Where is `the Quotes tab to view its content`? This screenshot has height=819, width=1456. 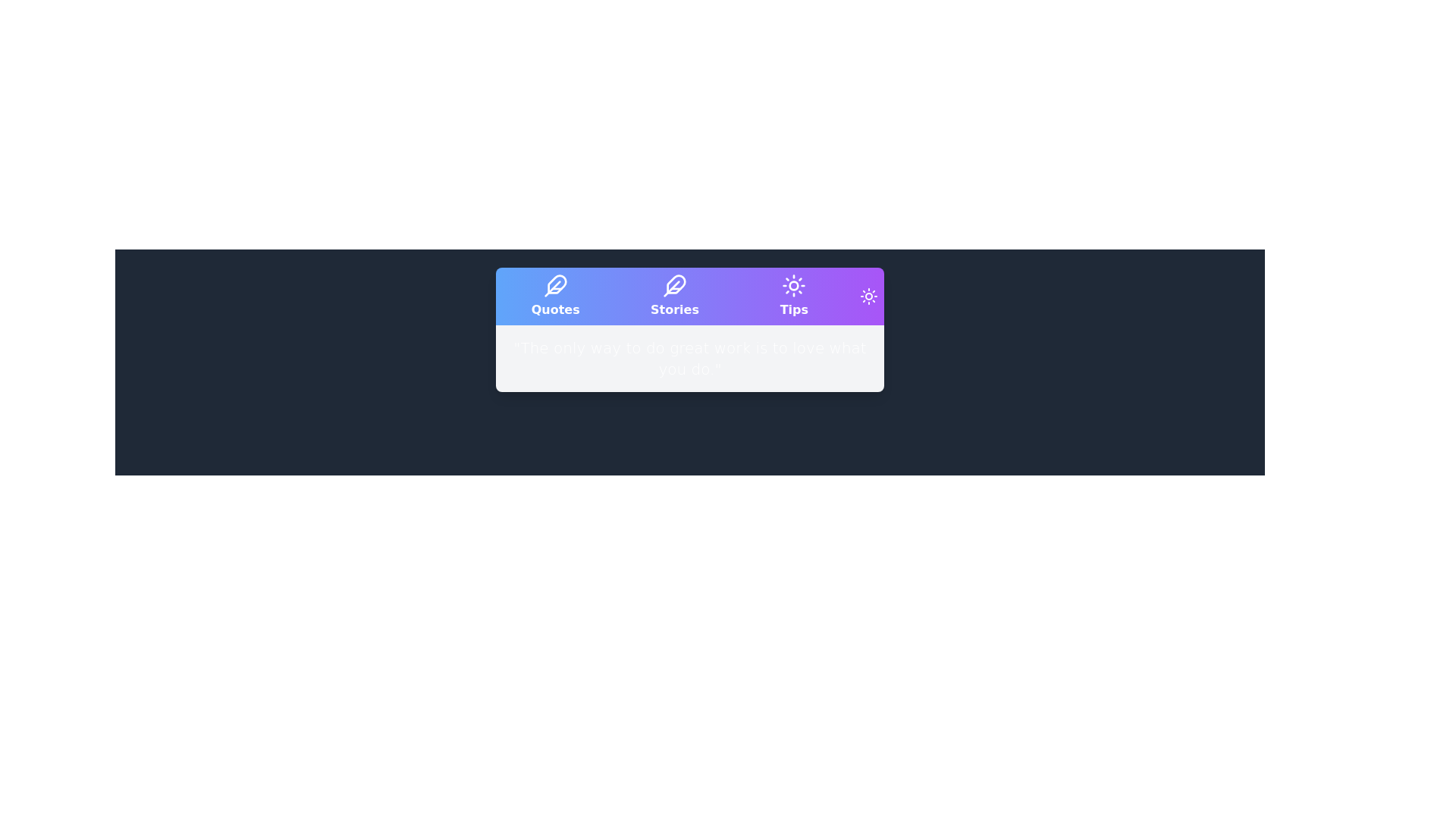
the Quotes tab to view its content is located at coordinates (554, 296).